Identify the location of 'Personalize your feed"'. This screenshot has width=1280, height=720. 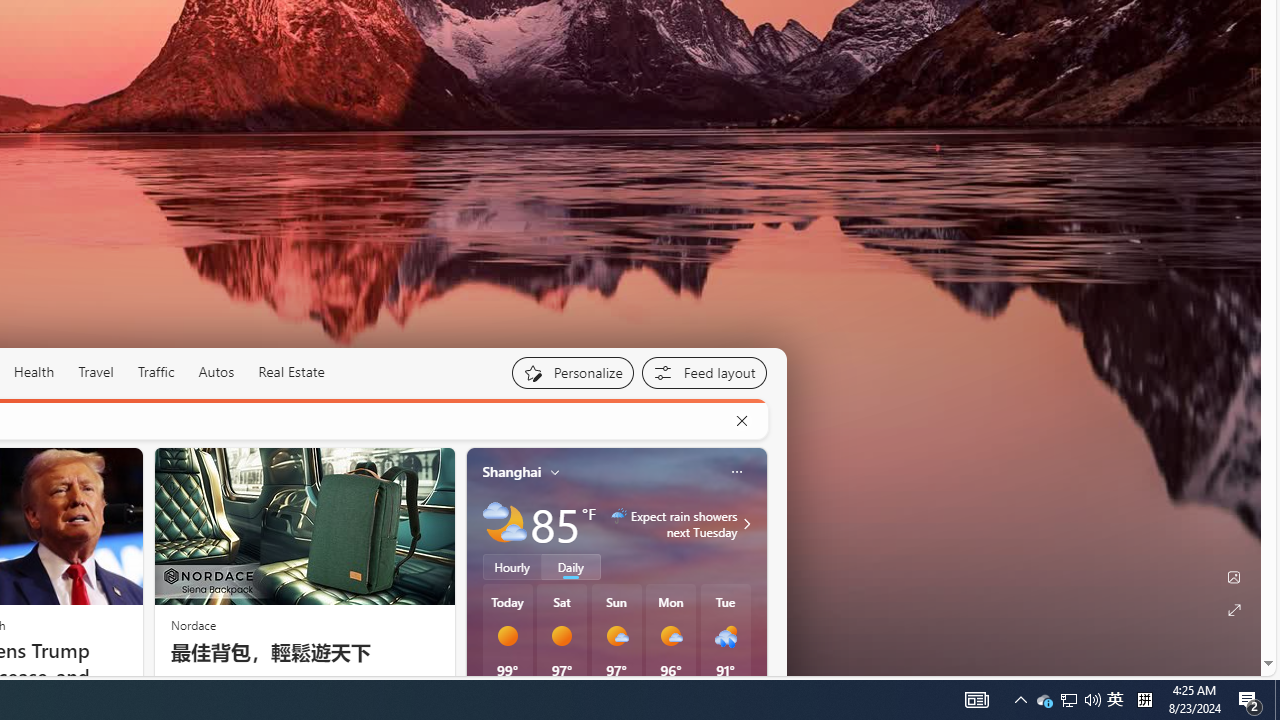
(571, 372).